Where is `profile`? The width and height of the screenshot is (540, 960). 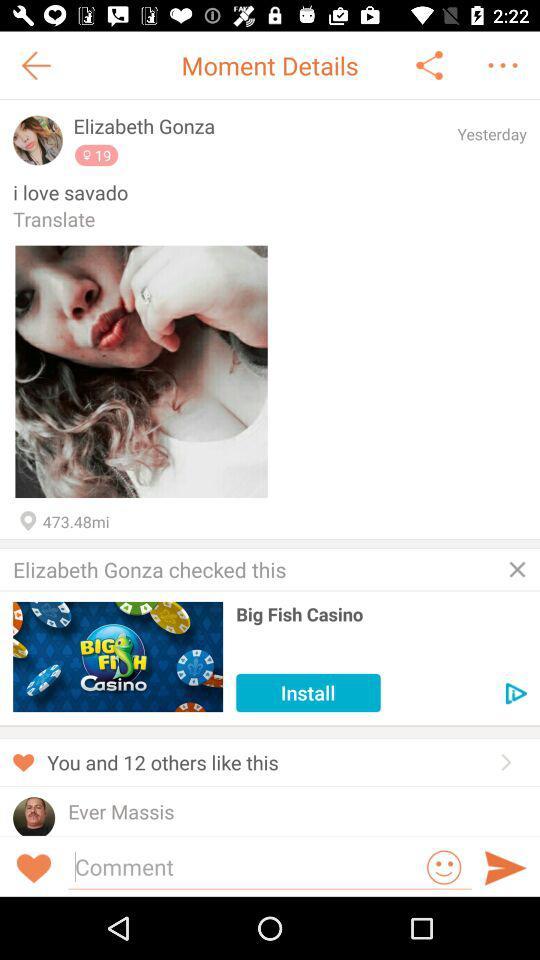 profile is located at coordinates (33, 816).